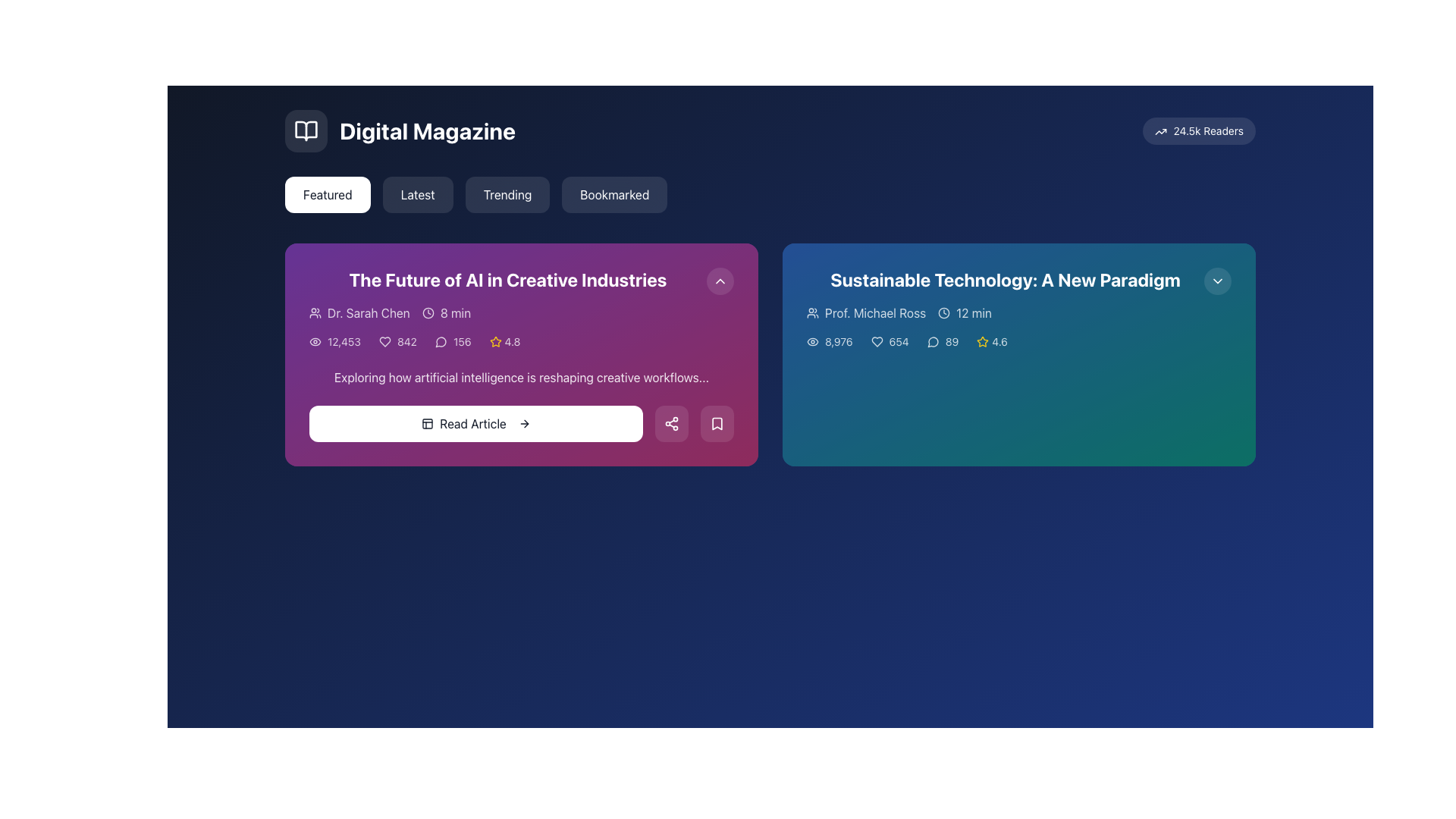  What do you see at coordinates (811, 342) in the screenshot?
I see `the eye icon that represents views, located adjacent to the text '8,976', which signifies the number of views` at bounding box center [811, 342].